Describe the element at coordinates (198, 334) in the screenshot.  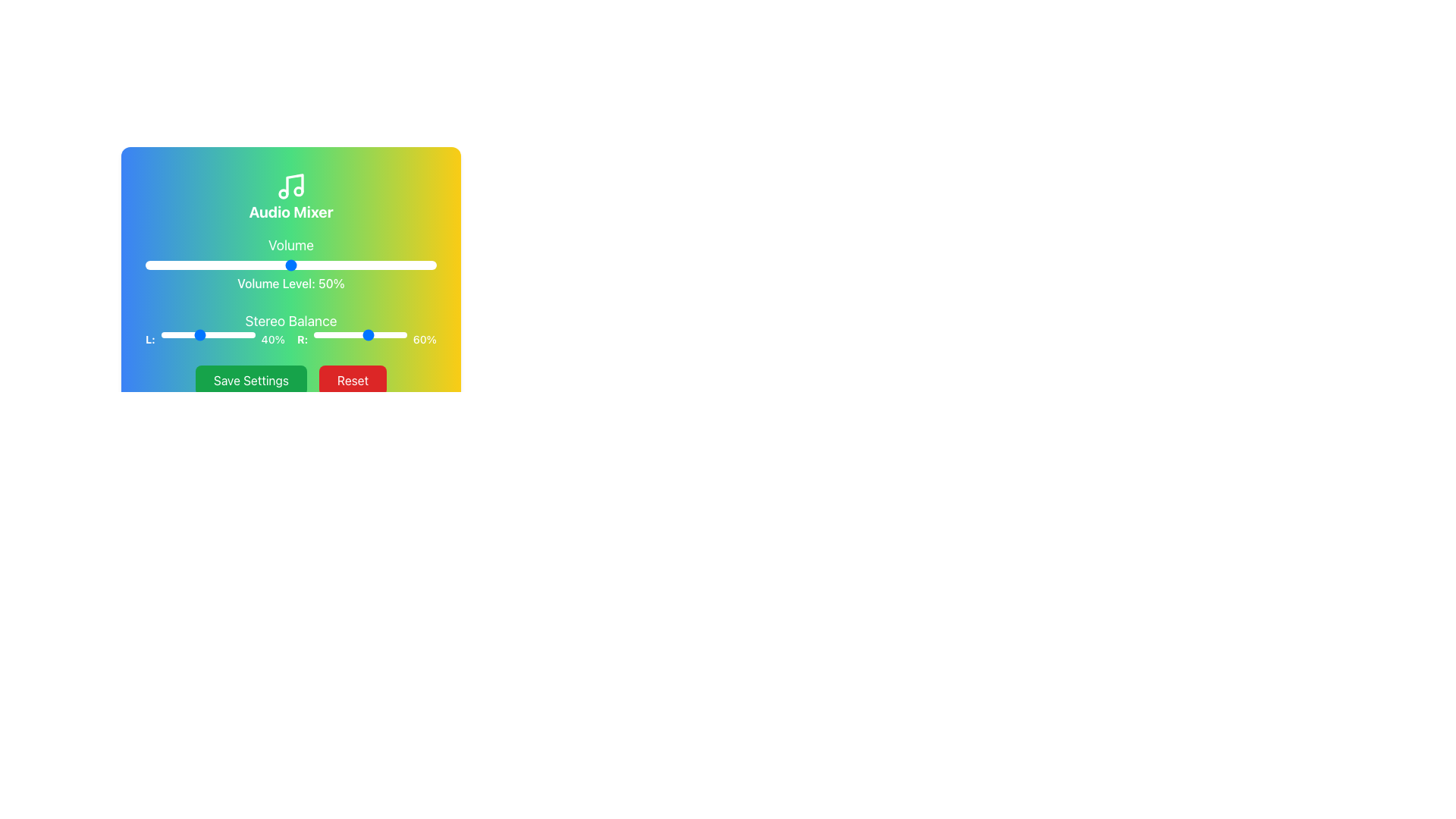
I see `the slider` at that location.